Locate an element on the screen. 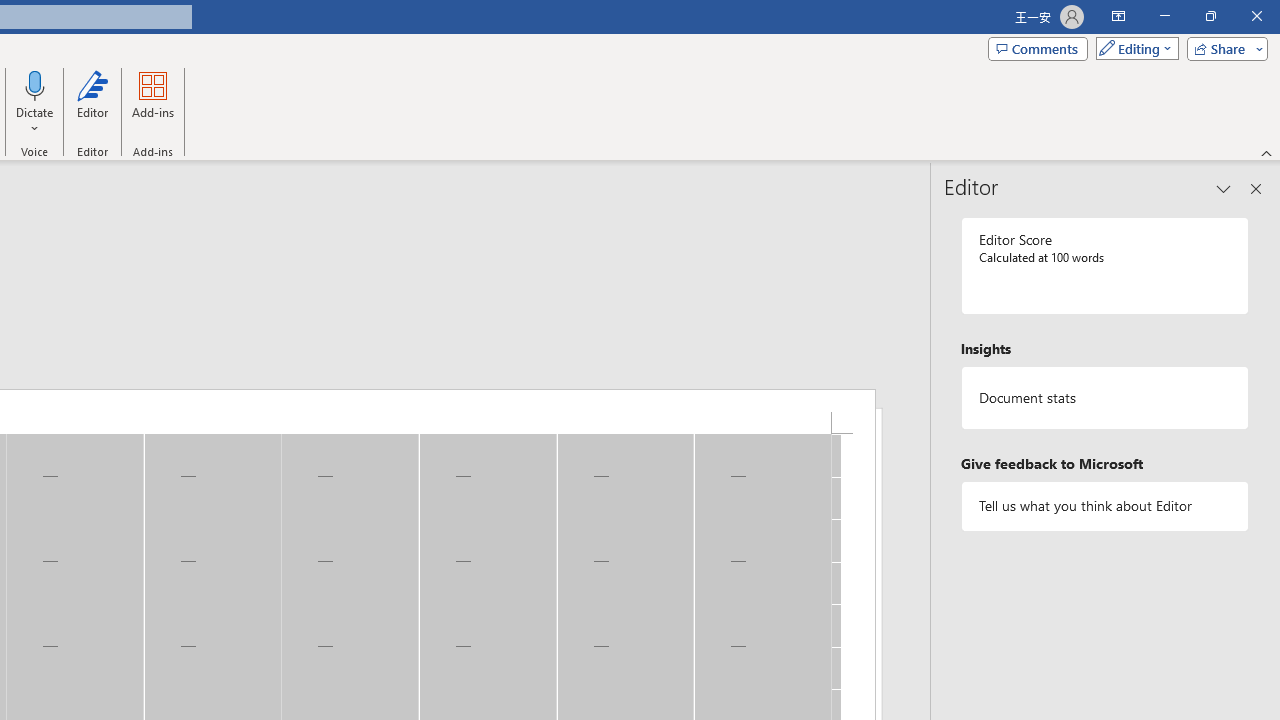 This screenshot has height=720, width=1280. 'Ribbon Display Options' is located at coordinates (1117, 16).